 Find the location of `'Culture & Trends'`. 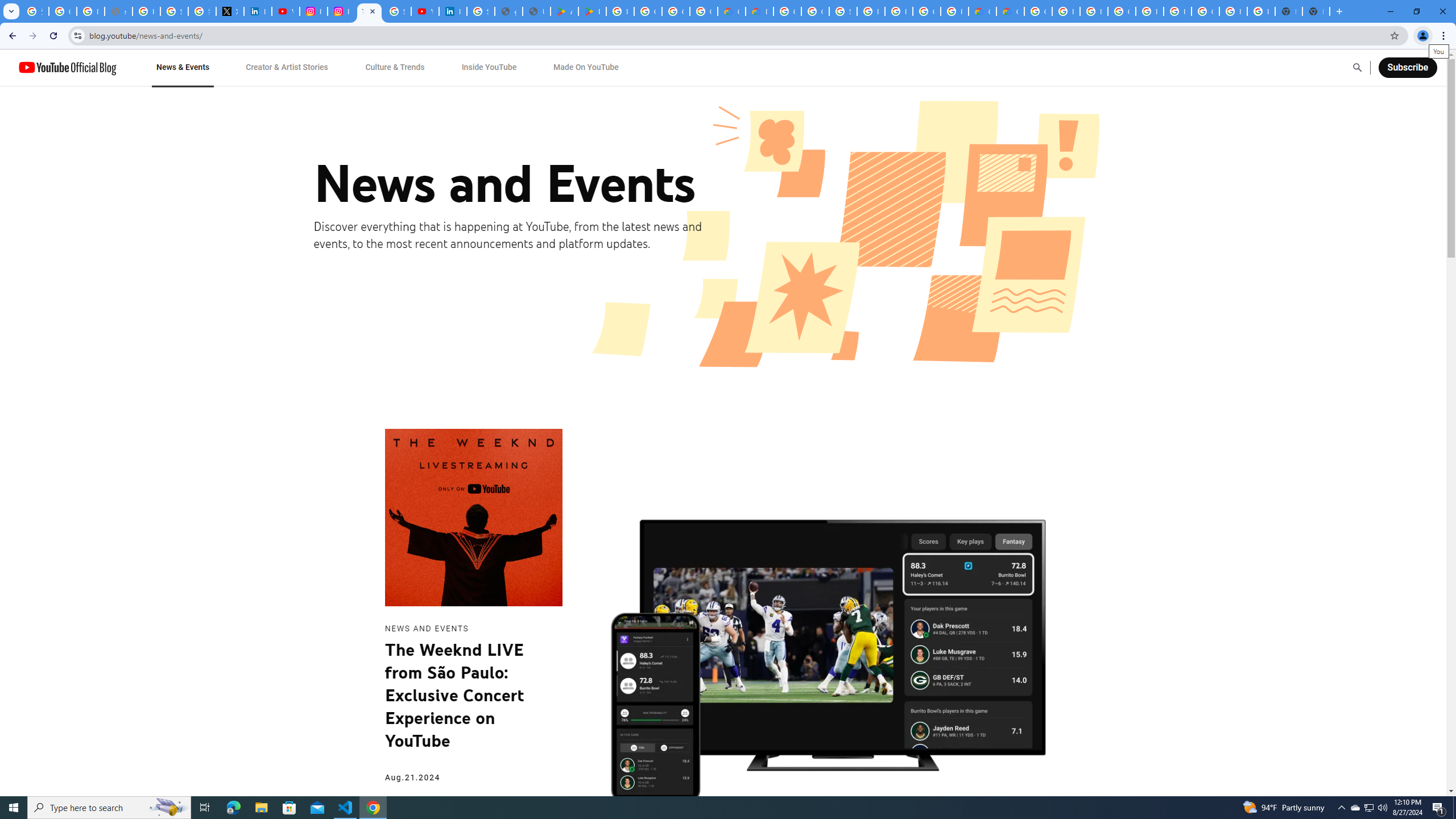

'Culture & Trends' is located at coordinates (395, 67).